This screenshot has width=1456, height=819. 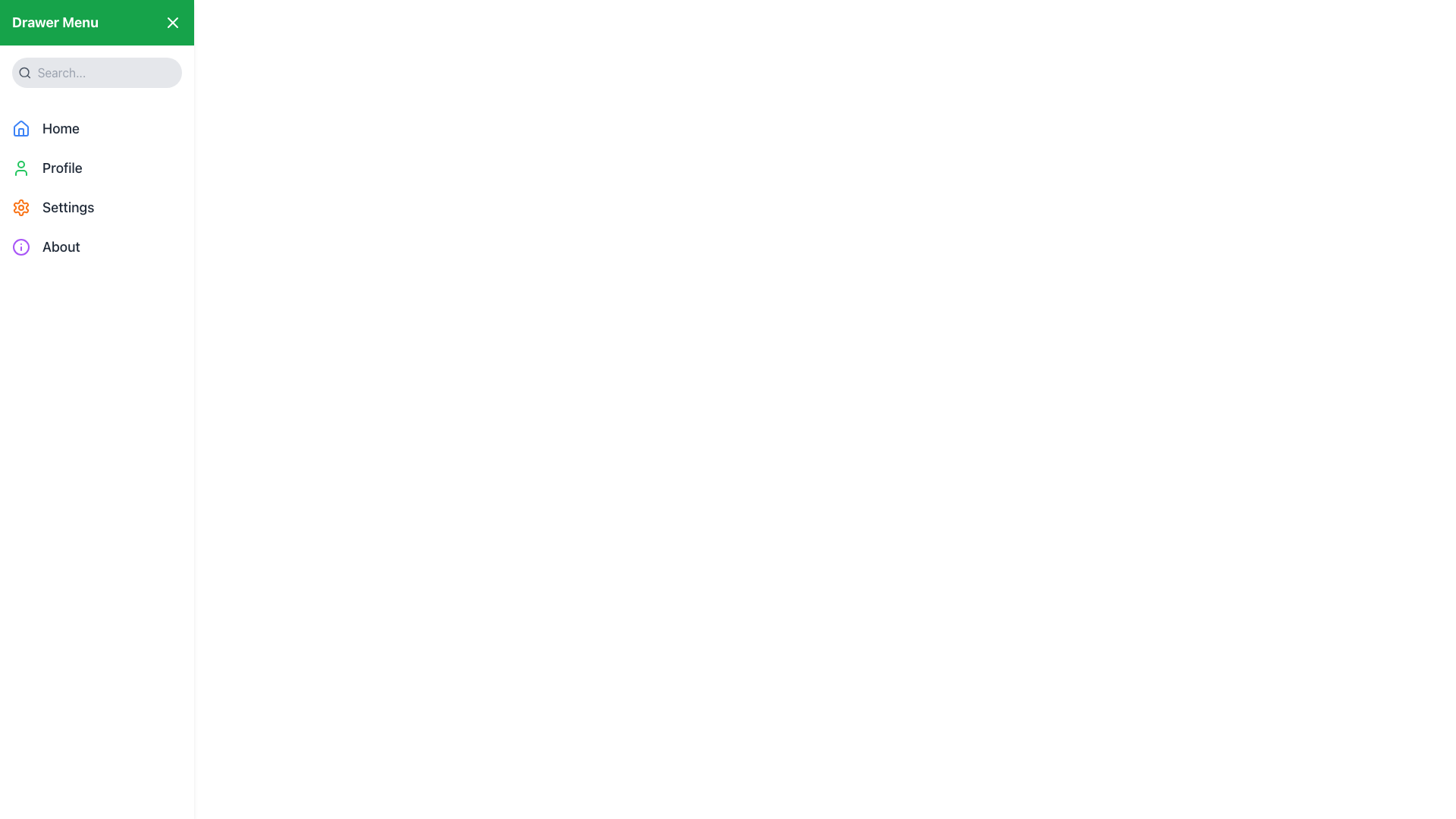 I want to click on the 'Close' button located in the top-right corner of the 'Drawer Menu' green bar, so click(x=172, y=23).